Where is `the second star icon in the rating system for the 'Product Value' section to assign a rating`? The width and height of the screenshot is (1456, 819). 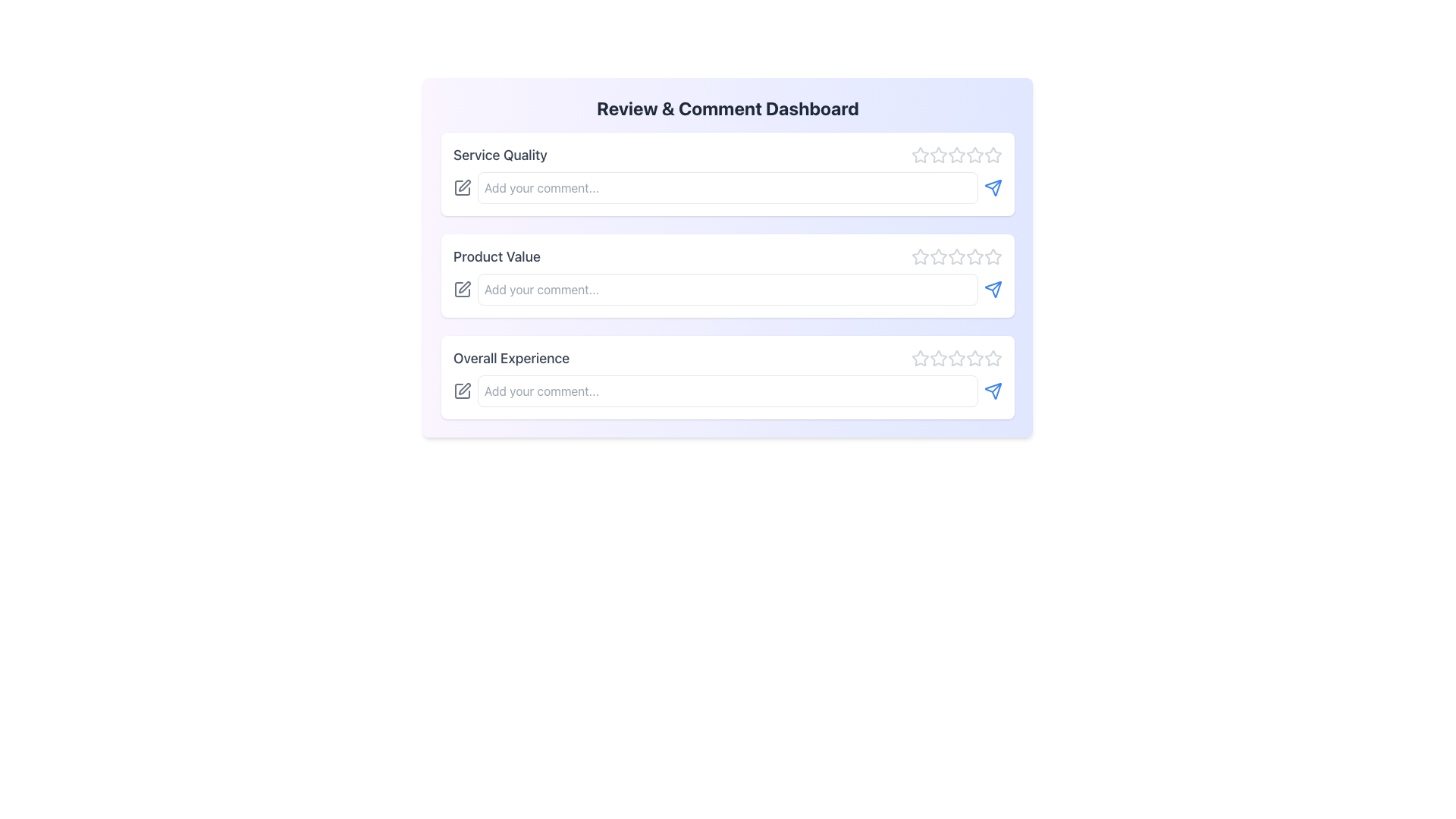 the second star icon in the rating system for the 'Product Value' section to assign a rating is located at coordinates (938, 256).